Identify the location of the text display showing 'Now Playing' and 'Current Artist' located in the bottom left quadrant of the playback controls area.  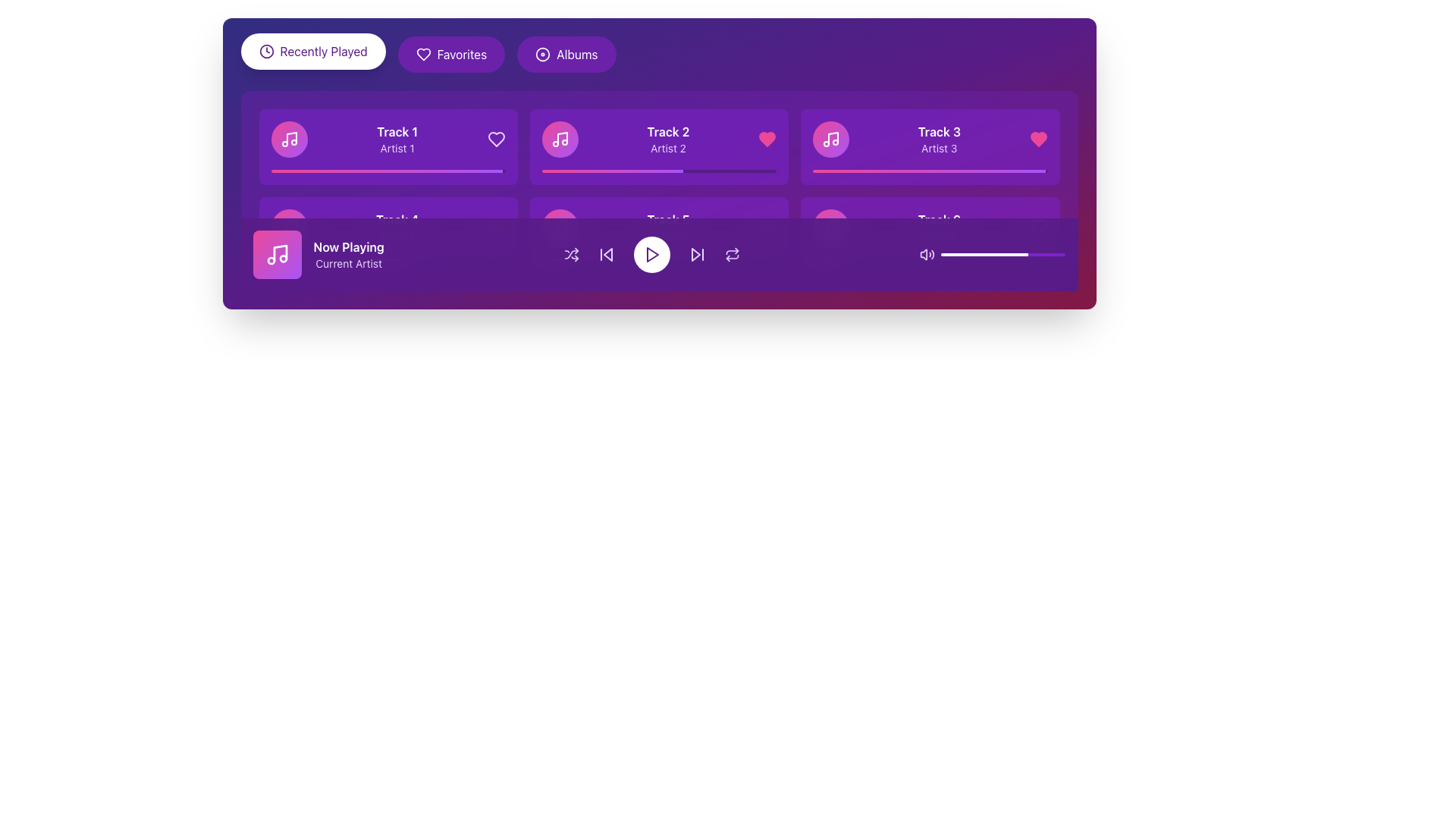
(348, 253).